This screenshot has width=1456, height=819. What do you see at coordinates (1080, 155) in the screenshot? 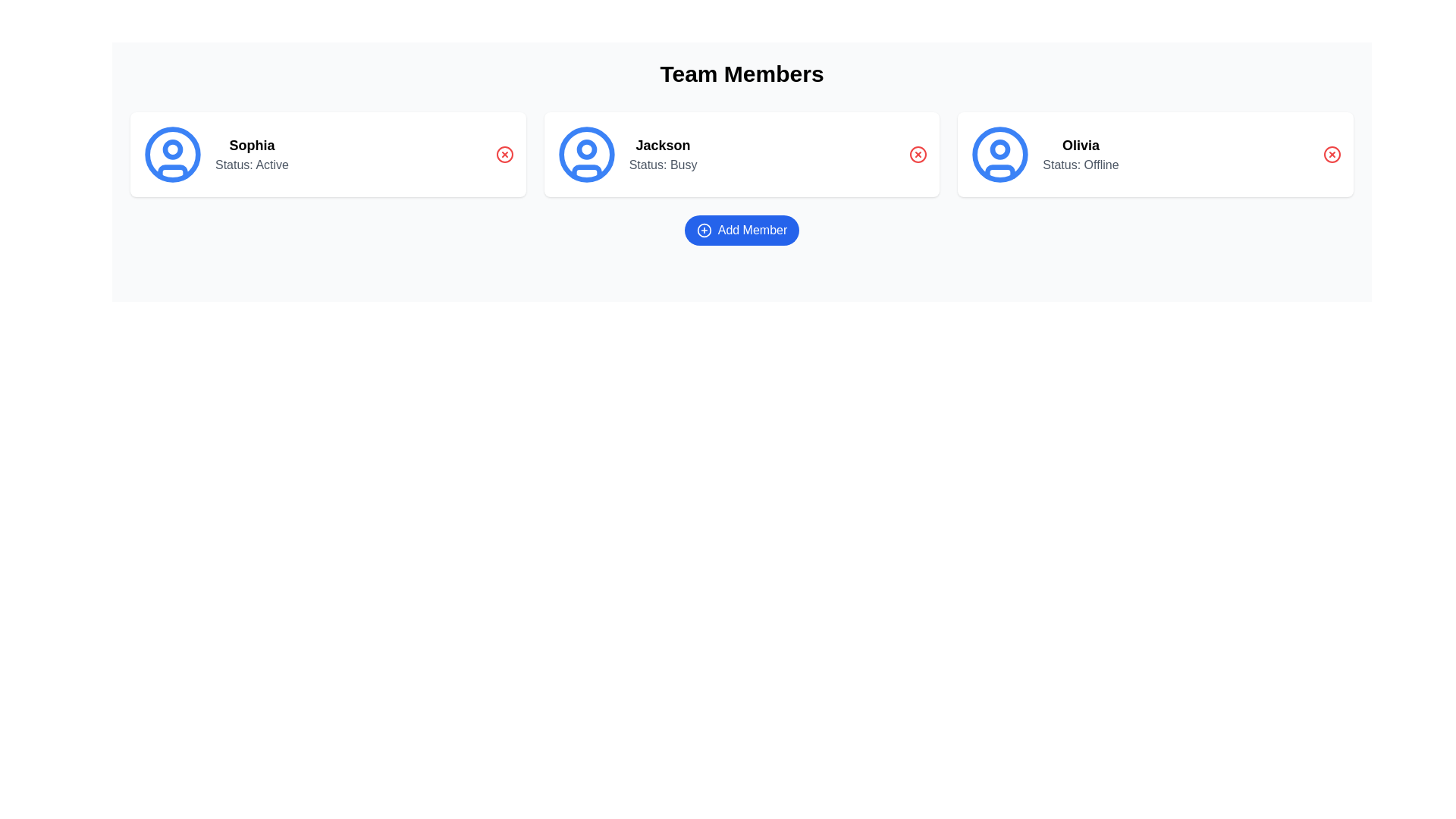
I see `the Text element displaying the name 'Olivia' and status 'Status: Offline', located in the rightmost user card` at bounding box center [1080, 155].